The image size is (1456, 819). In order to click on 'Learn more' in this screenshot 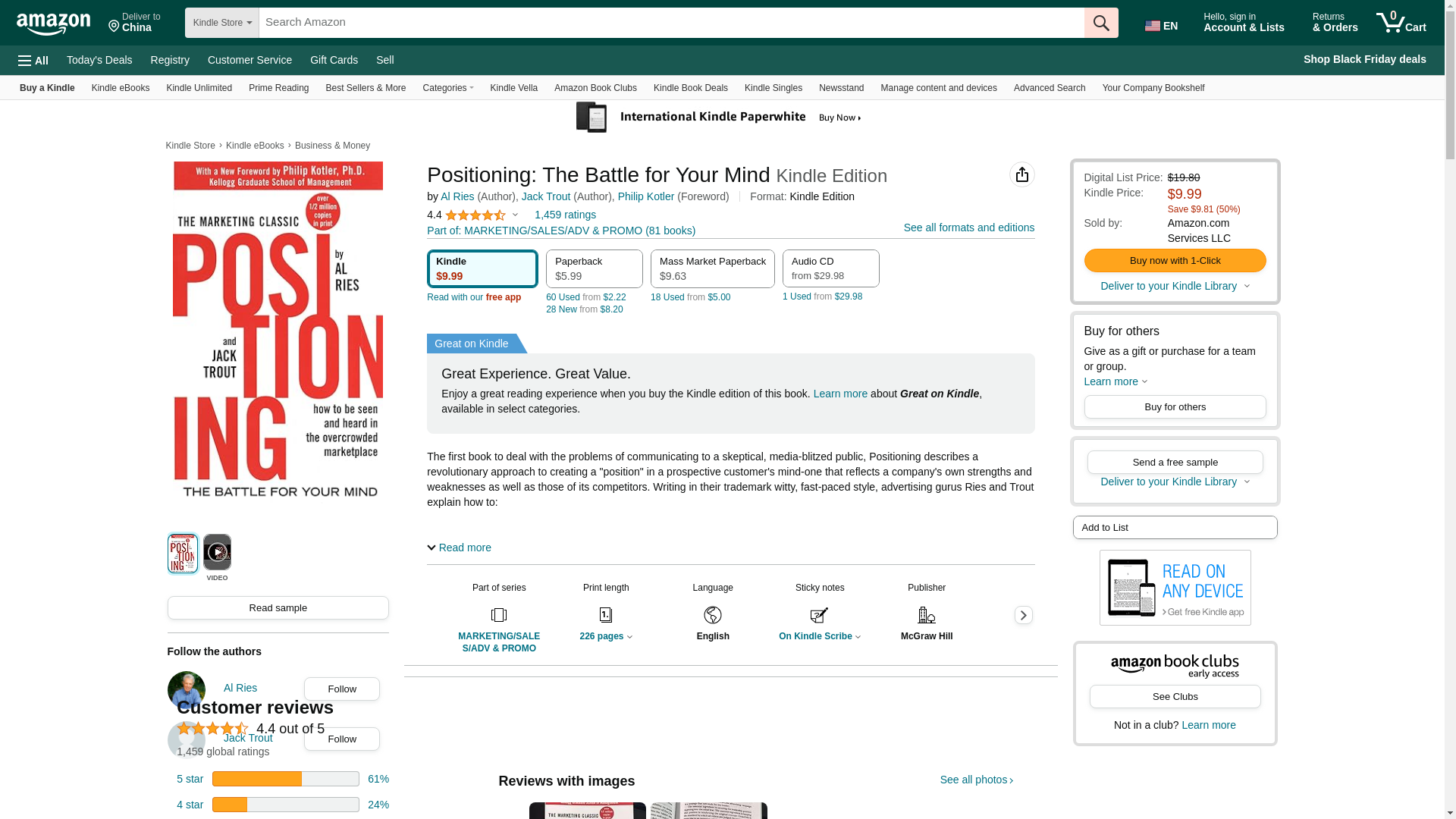, I will do `click(1116, 380)`.